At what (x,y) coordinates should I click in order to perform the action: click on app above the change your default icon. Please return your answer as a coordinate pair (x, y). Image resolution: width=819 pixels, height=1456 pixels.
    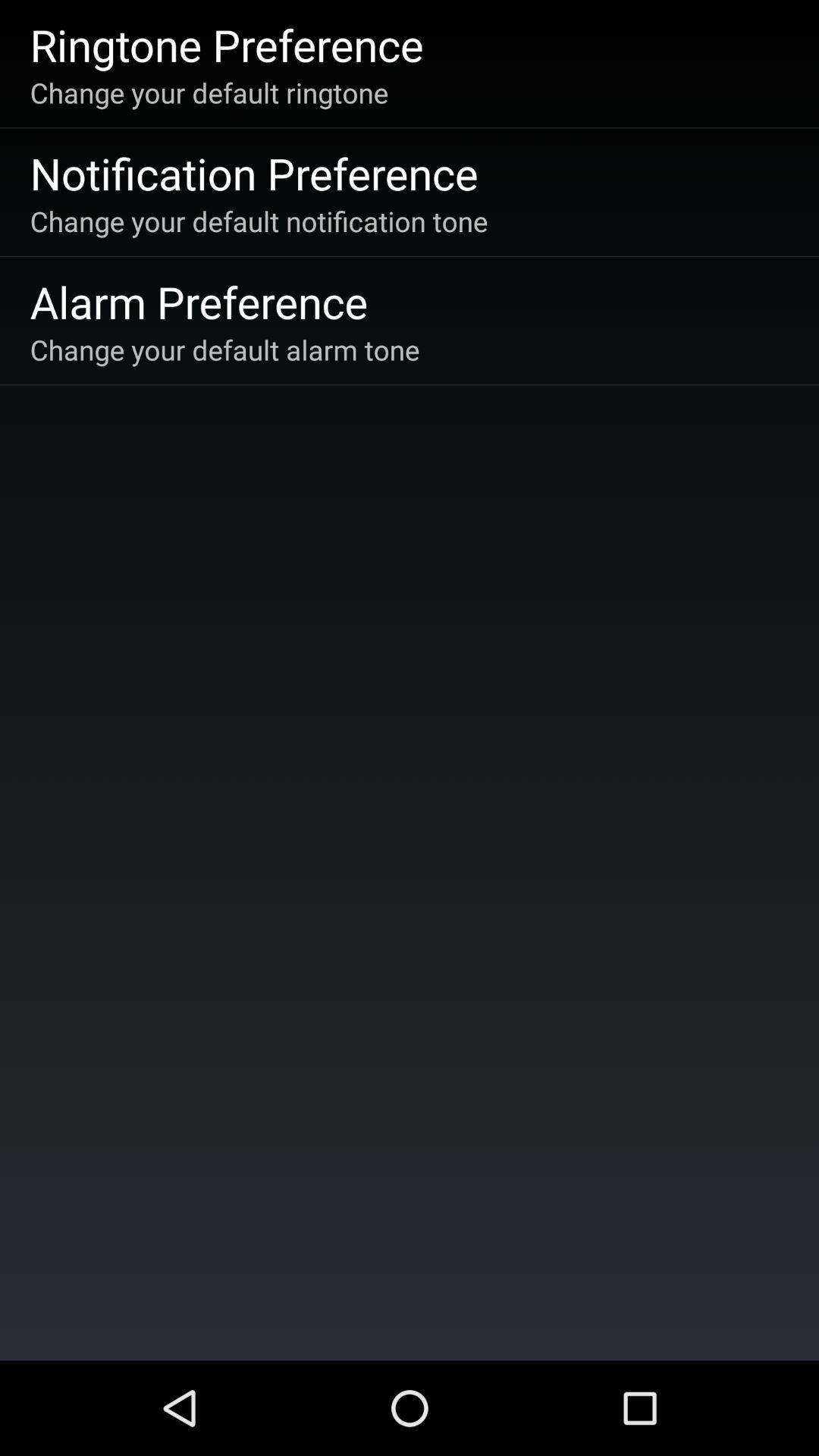
    Looking at the image, I should click on (253, 173).